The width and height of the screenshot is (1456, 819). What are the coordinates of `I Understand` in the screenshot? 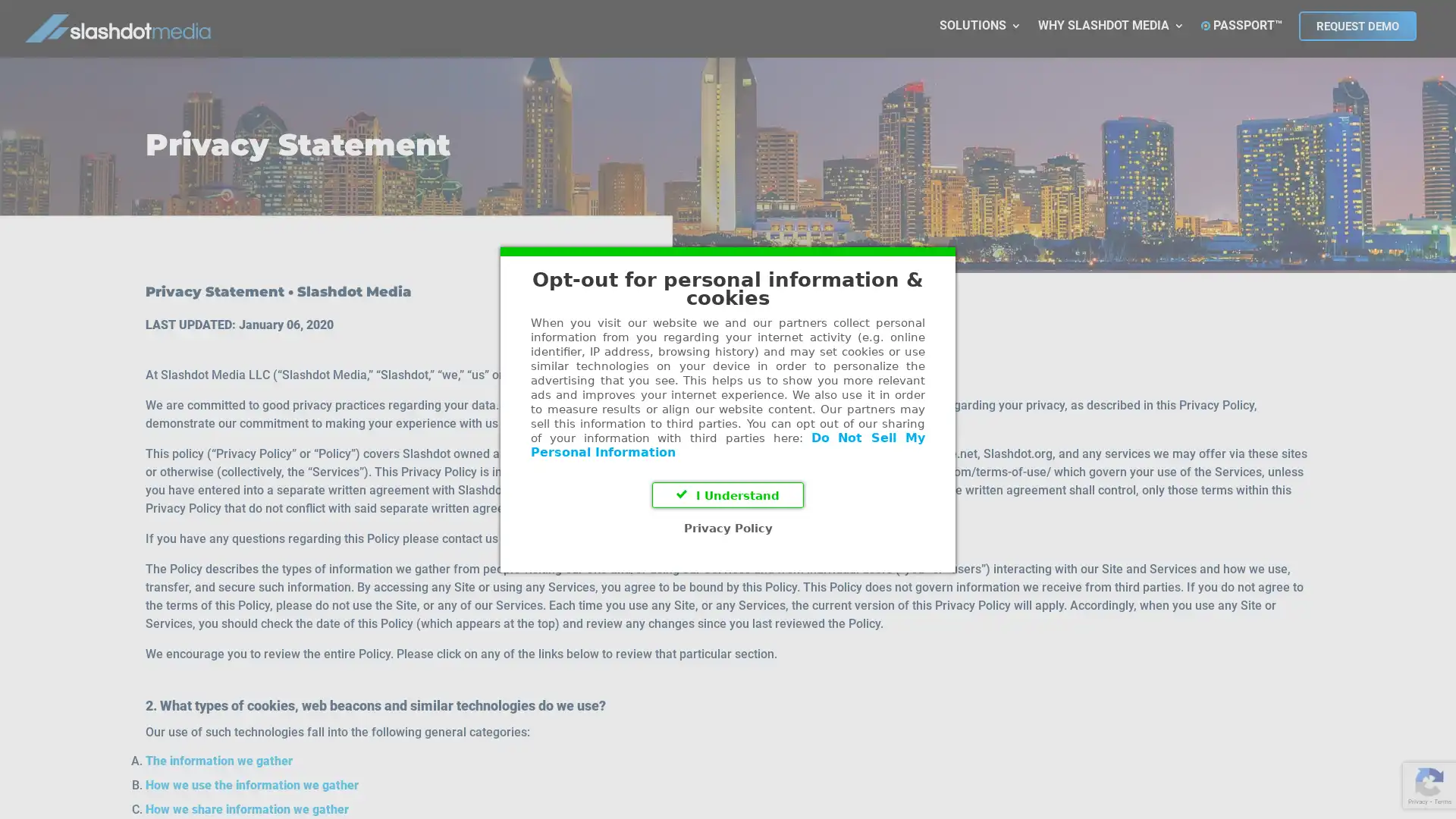 It's located at (728, 494).